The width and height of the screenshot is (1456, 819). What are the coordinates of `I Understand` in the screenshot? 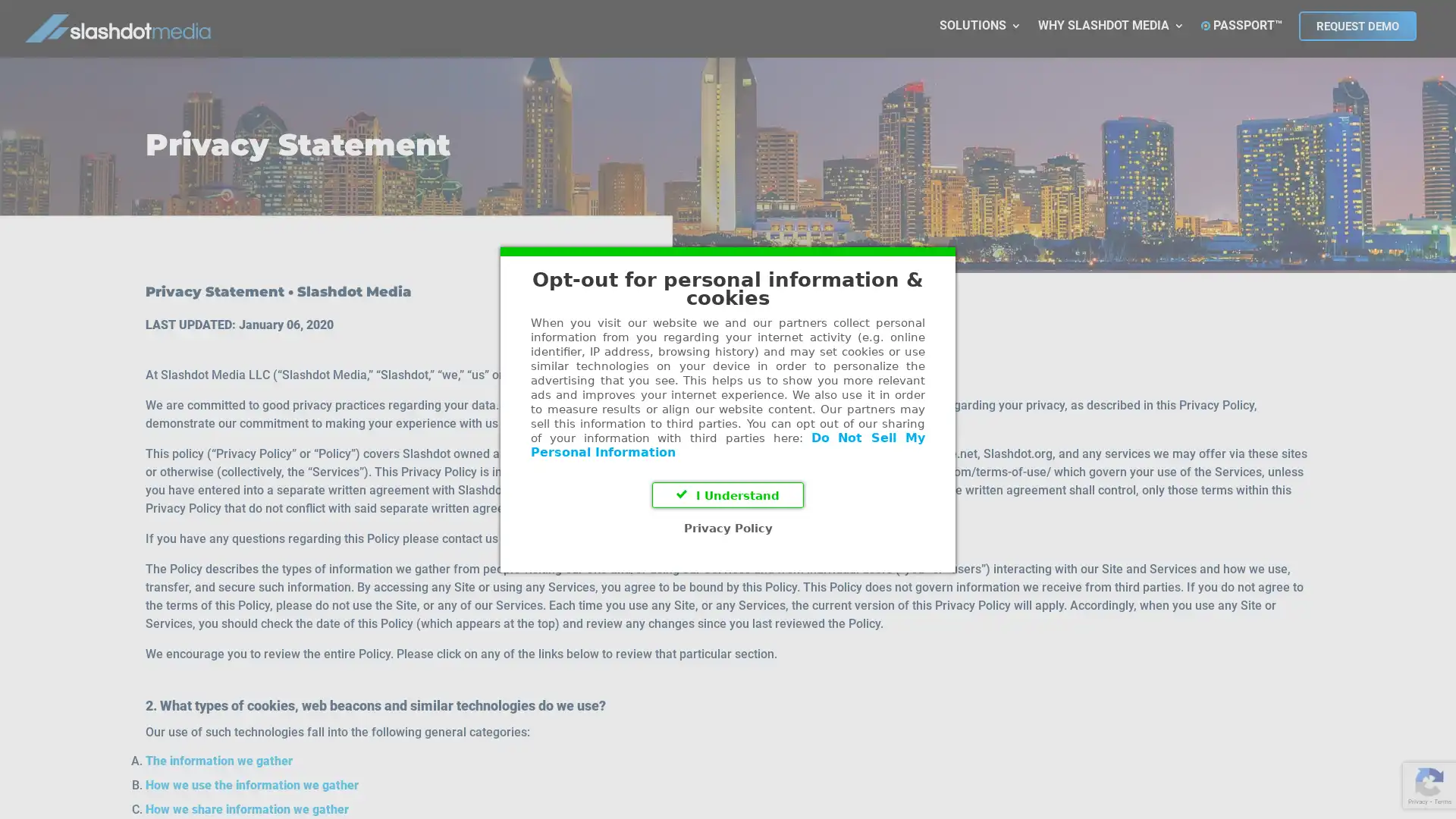 It's located at (728, 494).